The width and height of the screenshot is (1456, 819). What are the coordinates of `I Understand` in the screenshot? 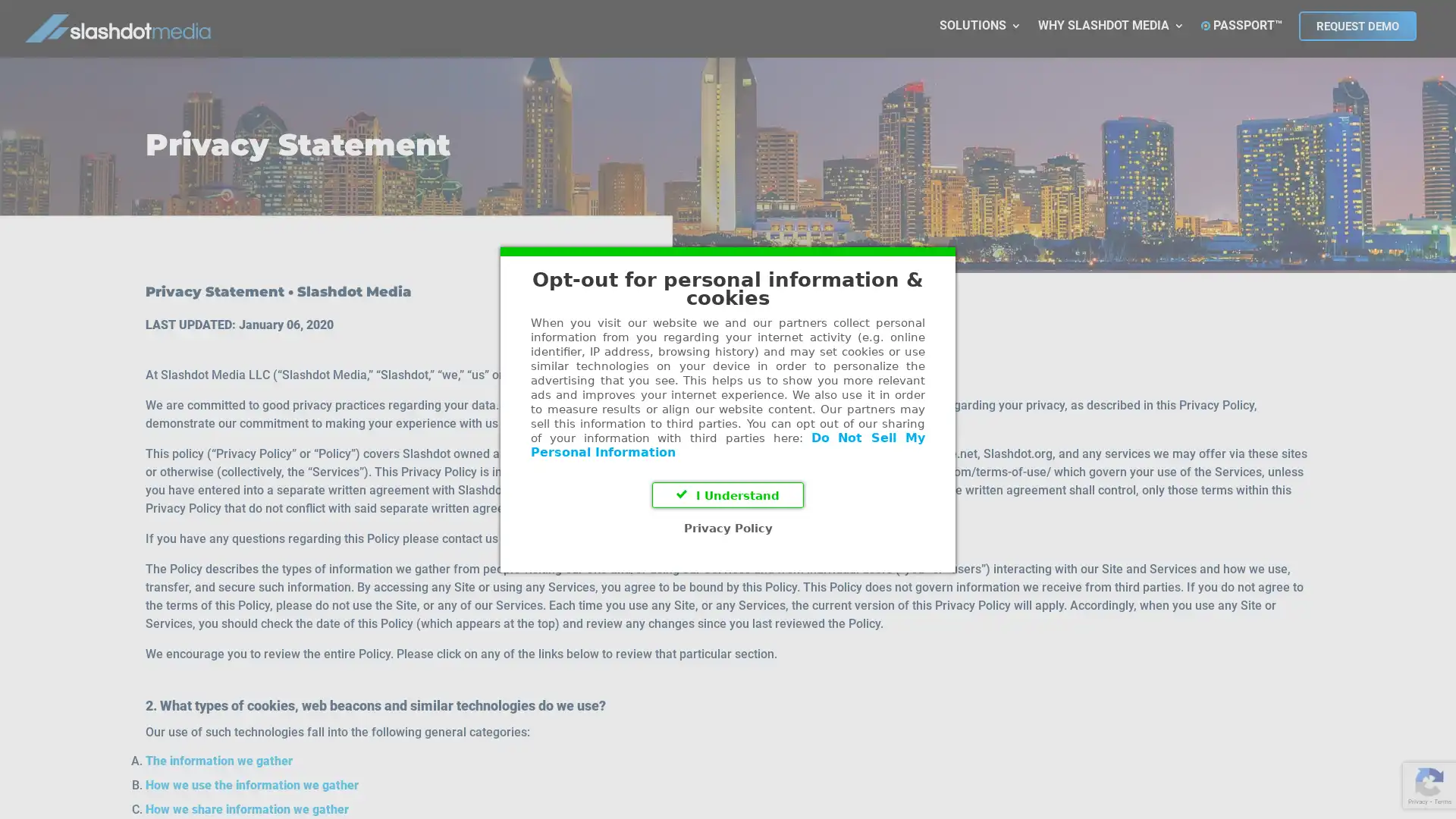 It's located at (728, 494).